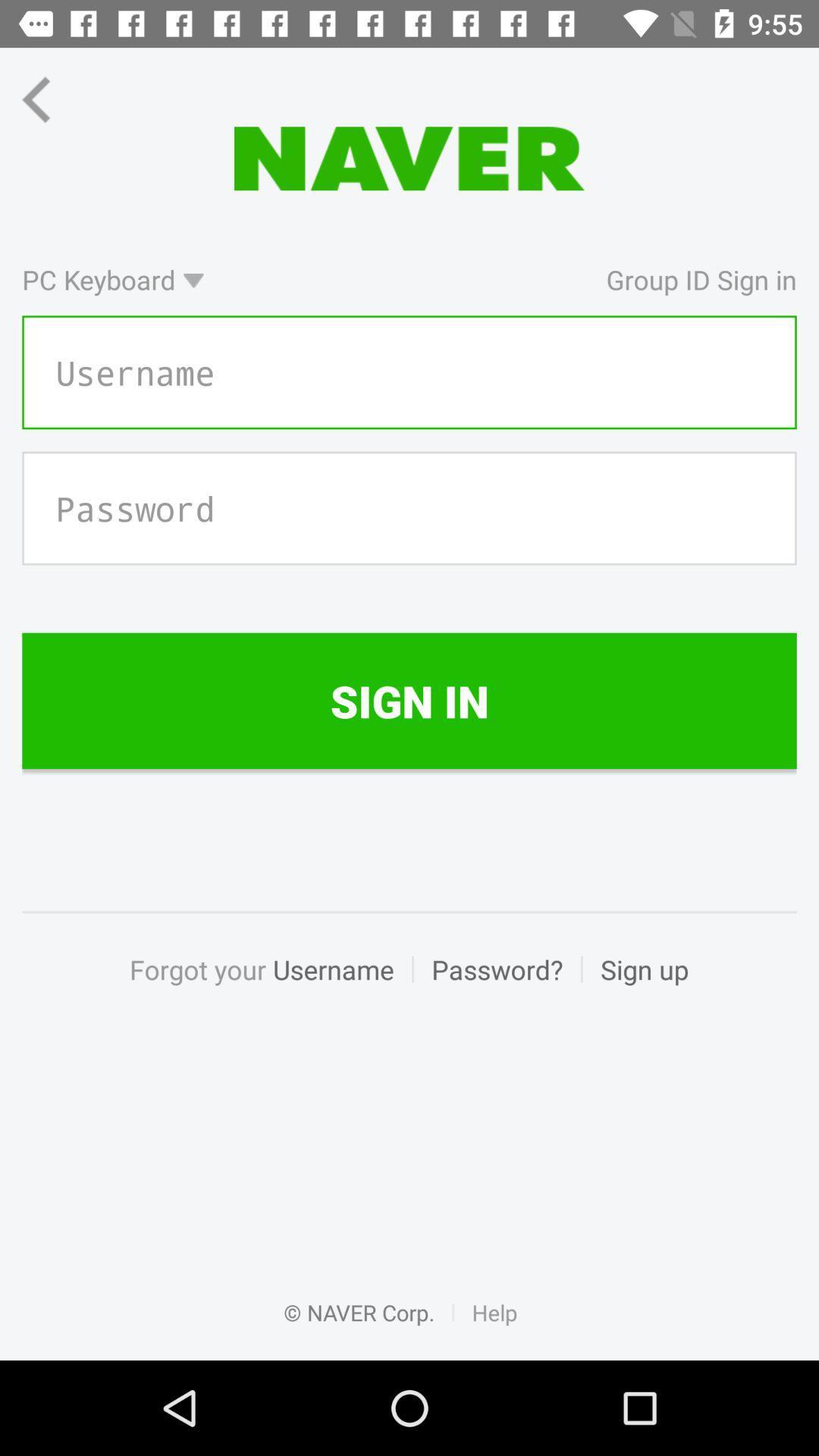 This screenshot has width=819, height=1456. I want to click on forgot your username app, so click(270, 986).